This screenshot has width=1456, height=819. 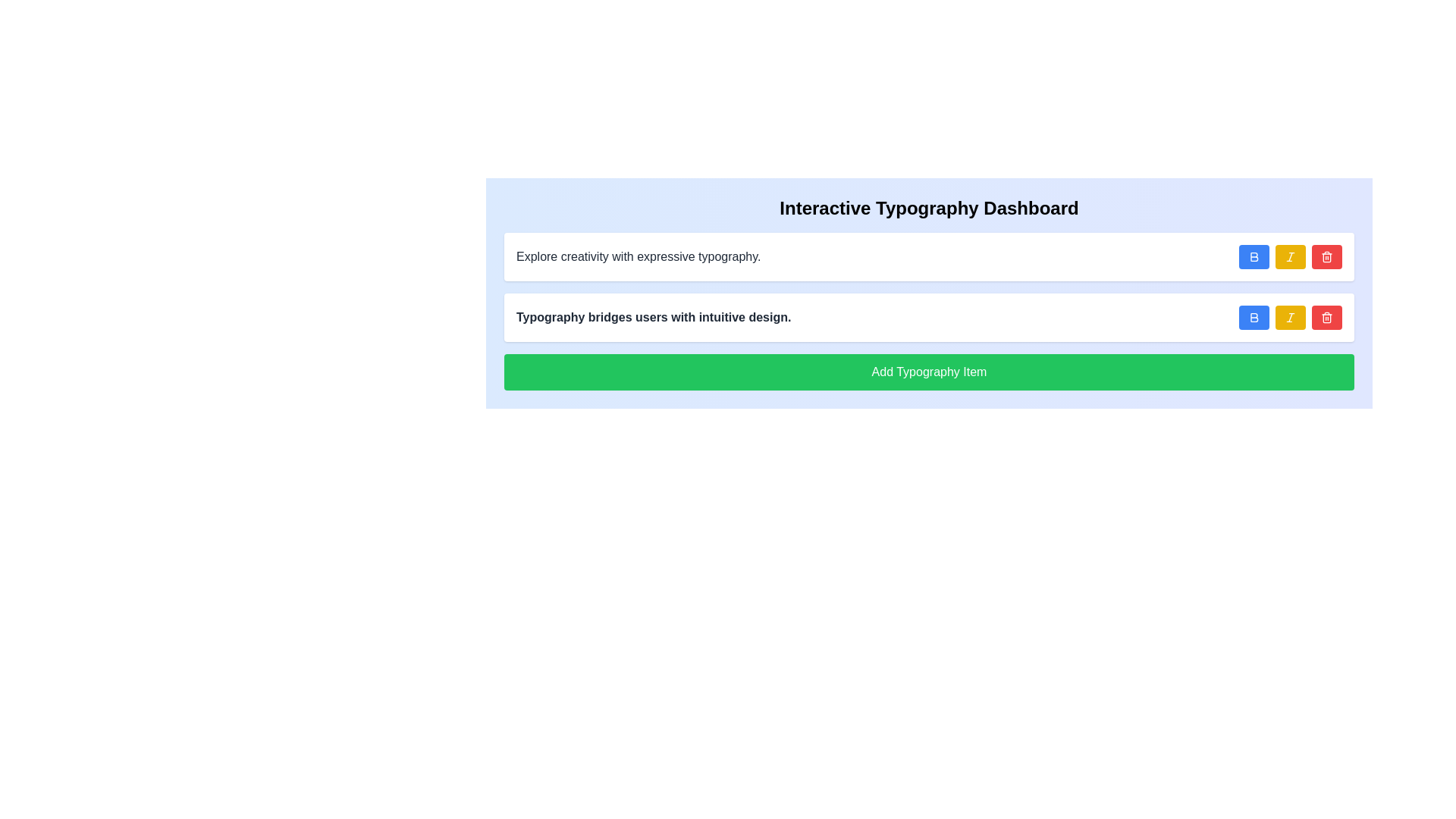 I want to click on the bold icon within the blue rectangular button located in the second row of typography items, aligned to the left among the action buttons, so click(x=1254, y=317).